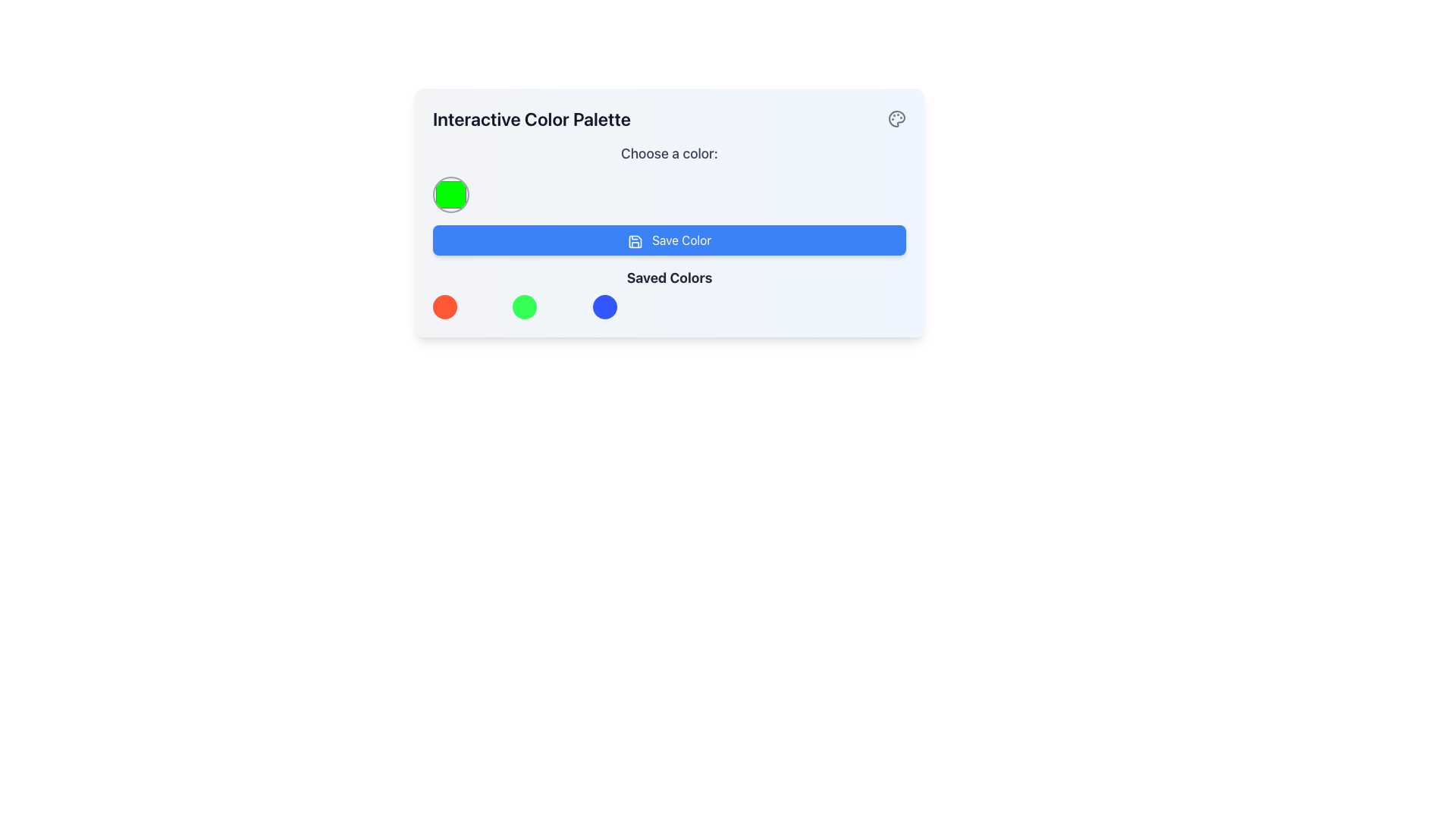 This screenshot has height=819, width=1456. I want to click on text of the heading 'Interactive Color Palette' which is styled in bold and dark gray, located near the top-left corner of a card-like panel, so click(532, 118).